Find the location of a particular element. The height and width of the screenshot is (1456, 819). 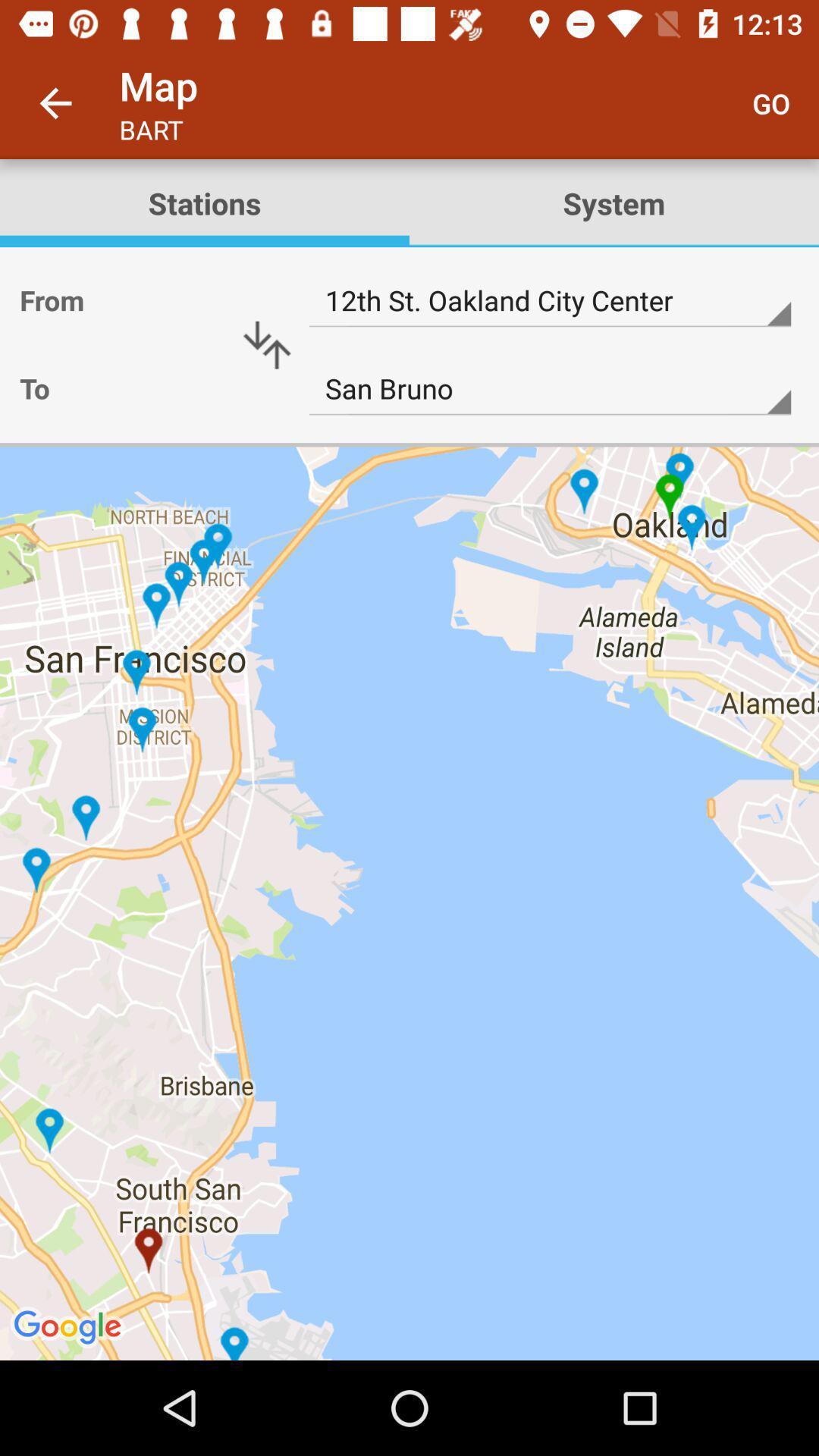

item next to from is located at coordinates (266, 344).